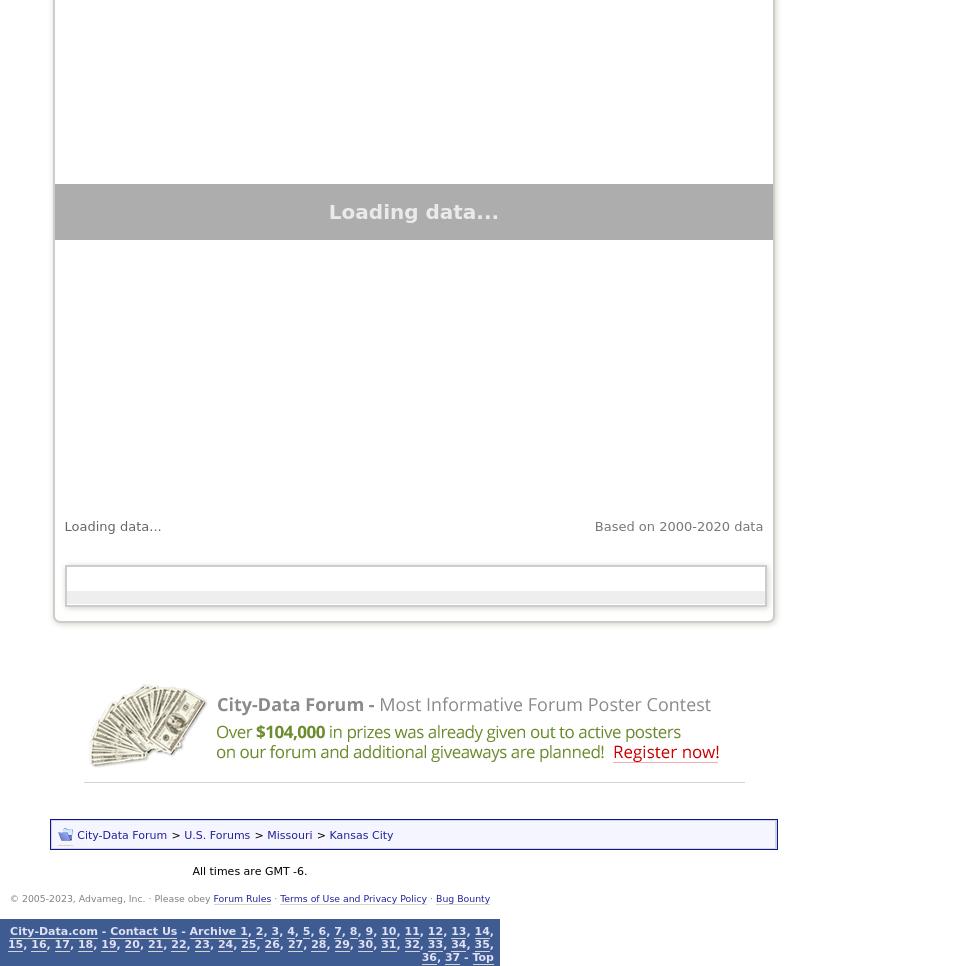  What do you see at coordinates (247, 943) in the screenshot?
I see `'25'` at bounding box center [247, 943].